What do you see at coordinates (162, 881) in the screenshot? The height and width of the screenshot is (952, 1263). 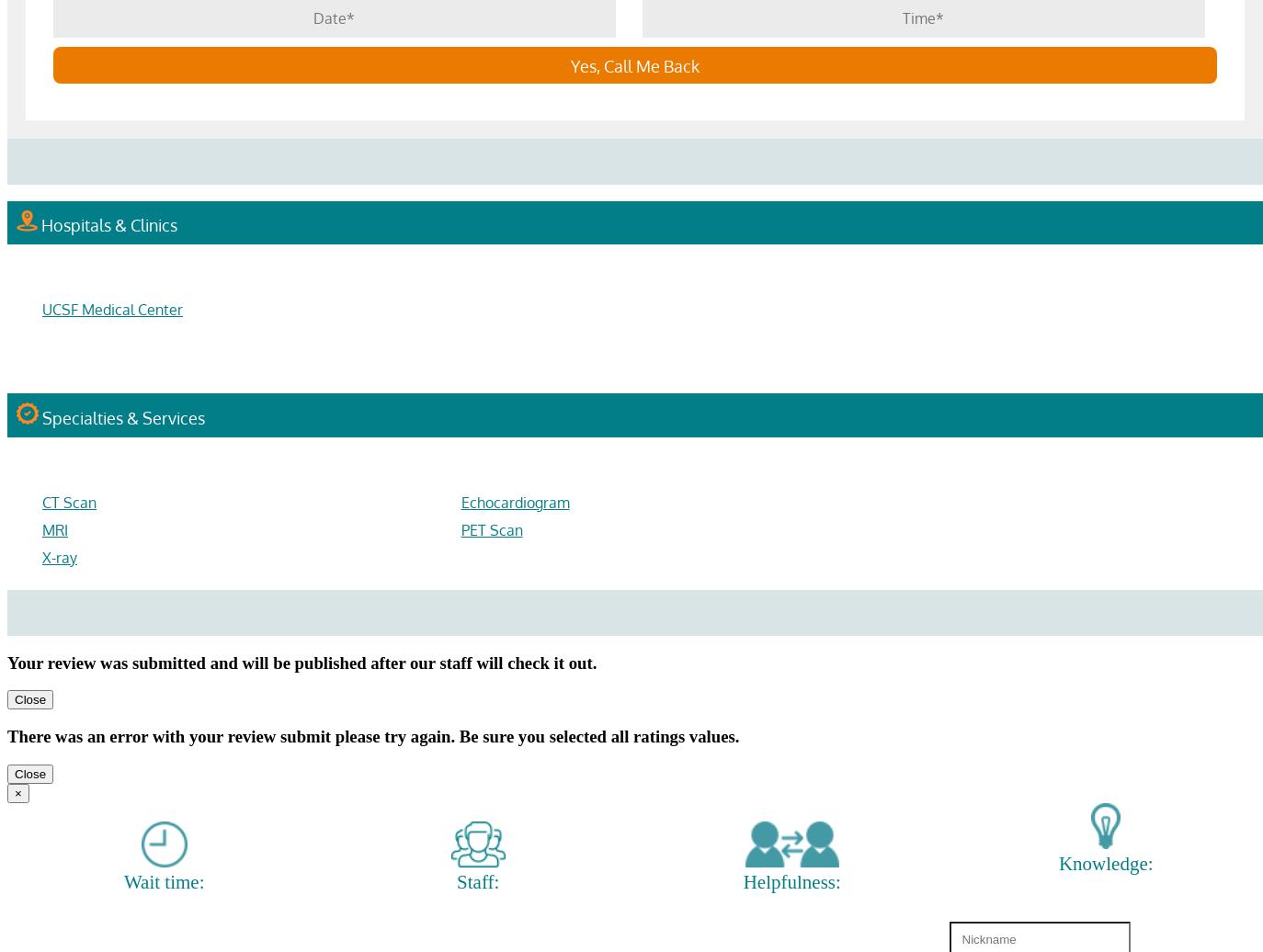 I see `'Wait time:'` at bounding box center [162, 881].